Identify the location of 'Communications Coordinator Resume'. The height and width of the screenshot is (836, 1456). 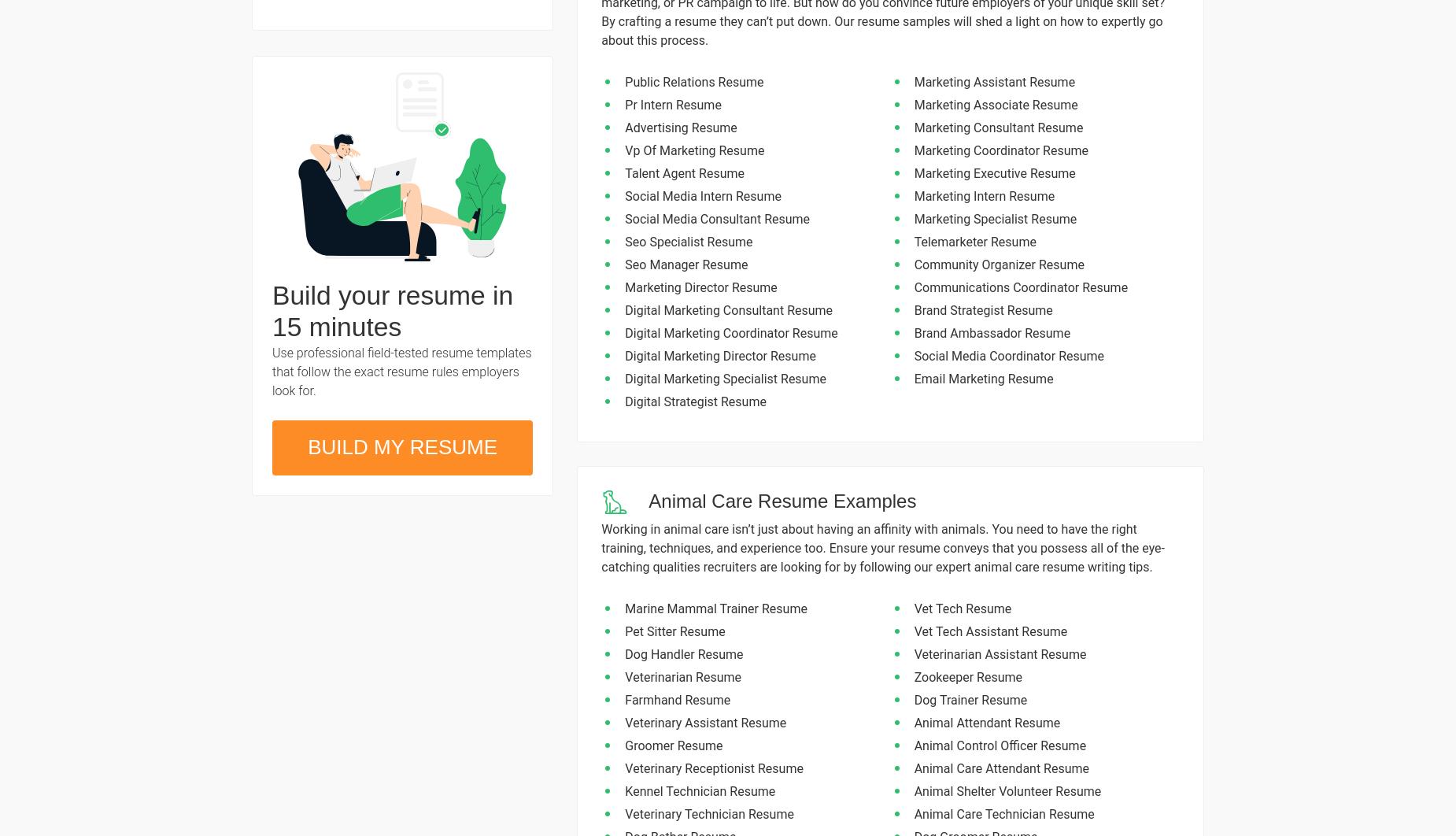
(1020, 287).